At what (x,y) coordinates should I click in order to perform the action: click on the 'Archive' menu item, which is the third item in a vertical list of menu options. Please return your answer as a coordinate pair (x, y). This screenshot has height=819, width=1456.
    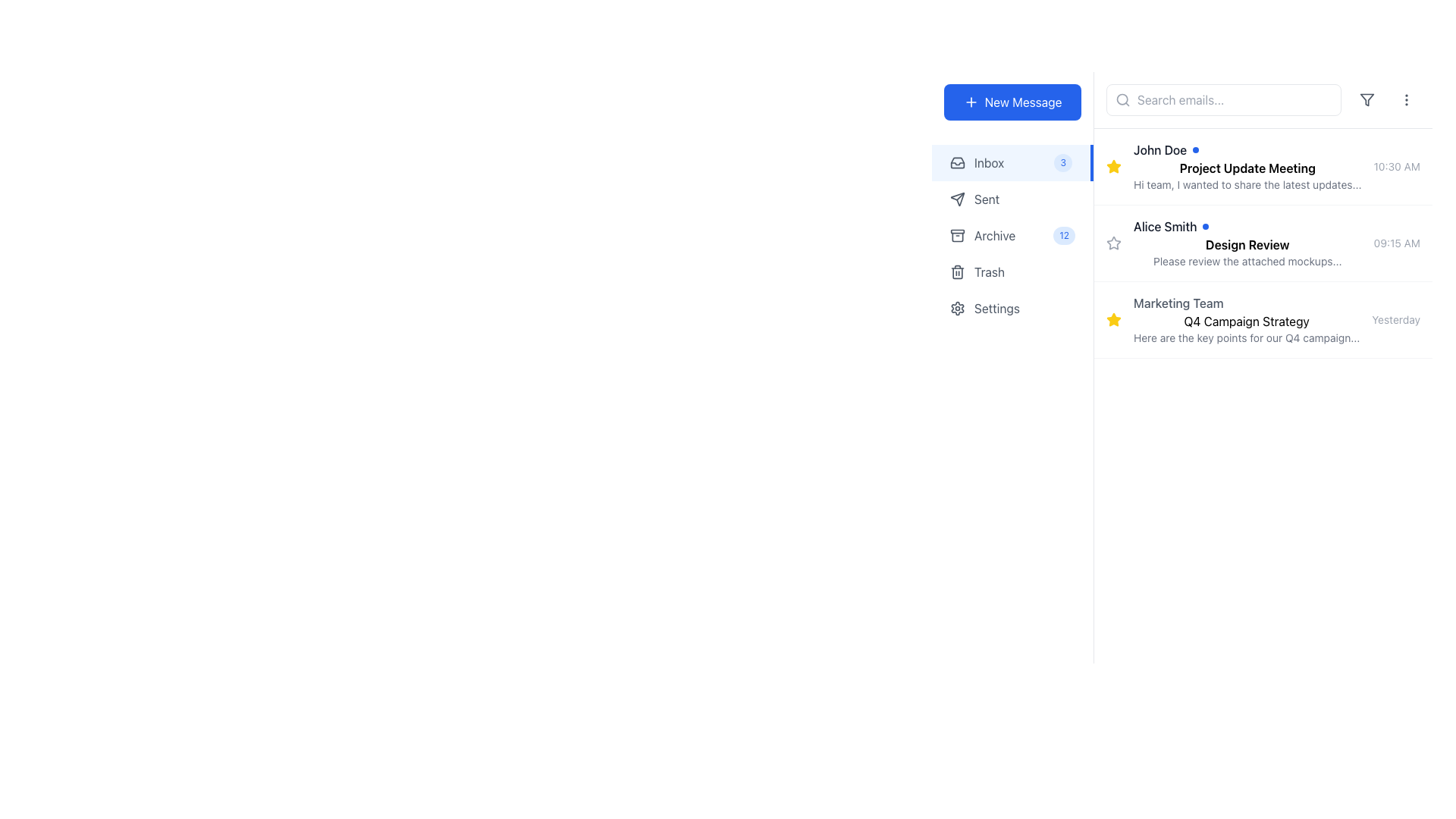
    Looking at the image, I should click on (1012, 236).